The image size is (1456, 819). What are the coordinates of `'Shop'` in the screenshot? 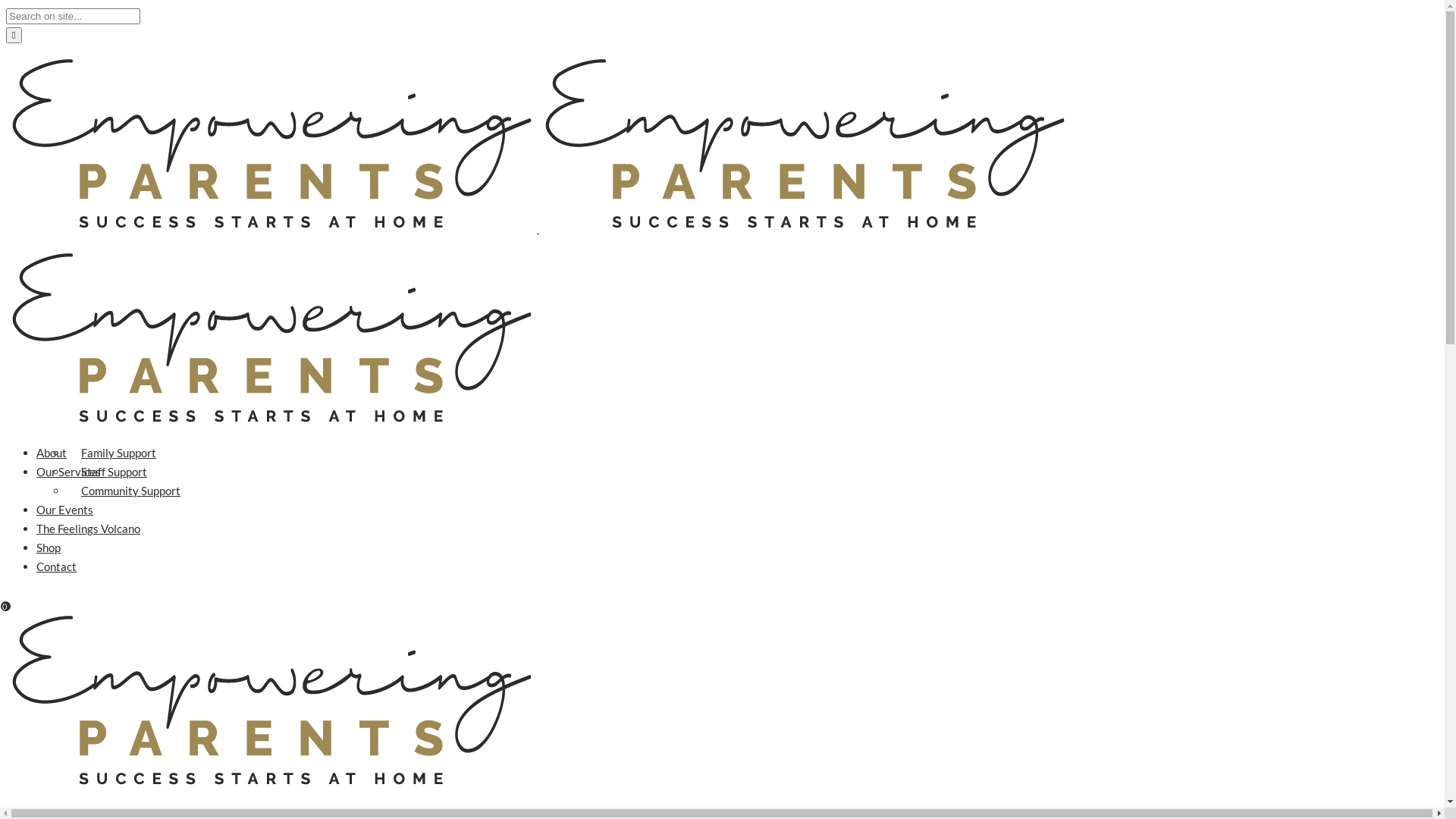 It's located at (48, 547).